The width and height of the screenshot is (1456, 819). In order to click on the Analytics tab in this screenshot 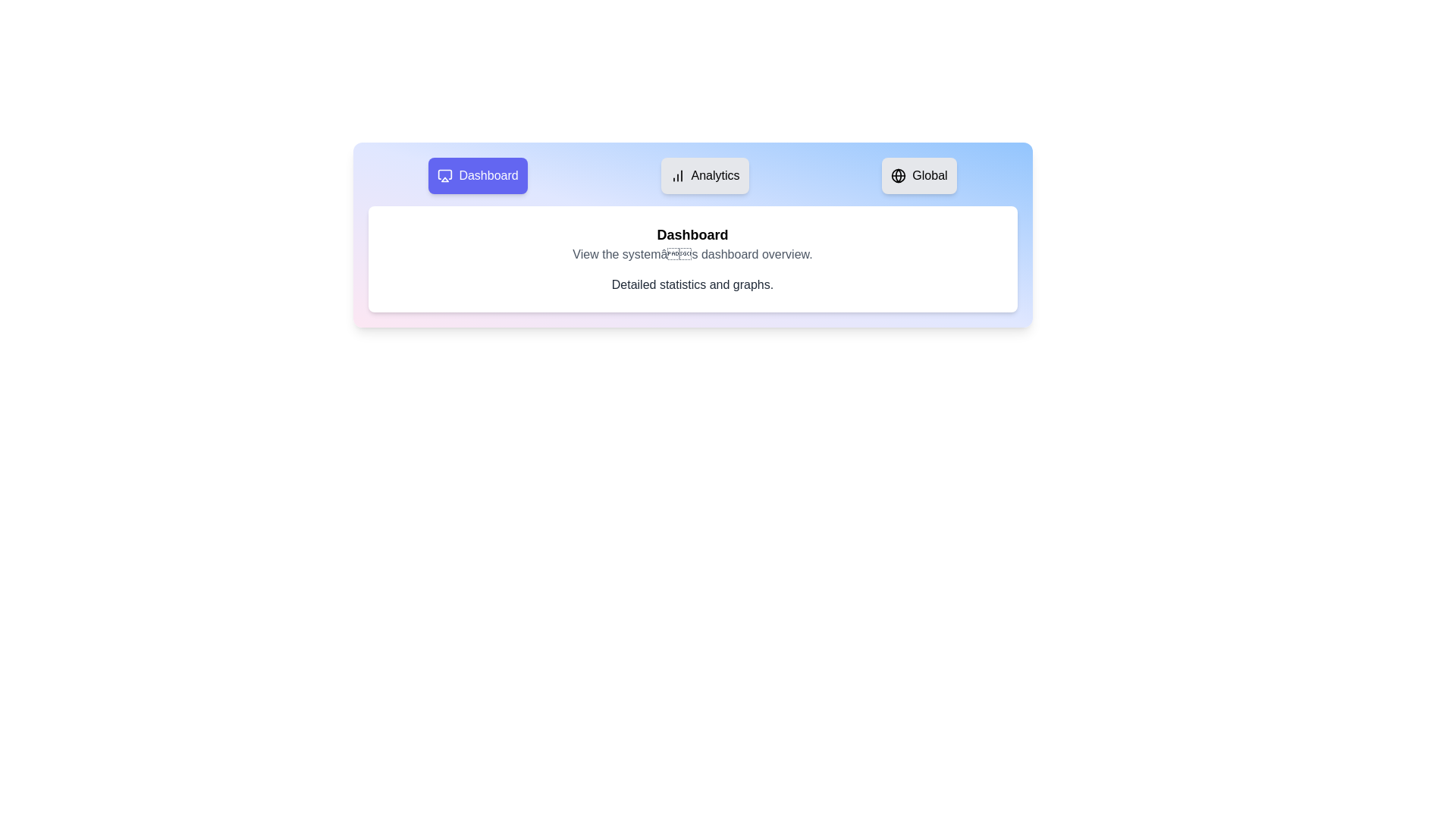, I will do `click(704, 174)`.